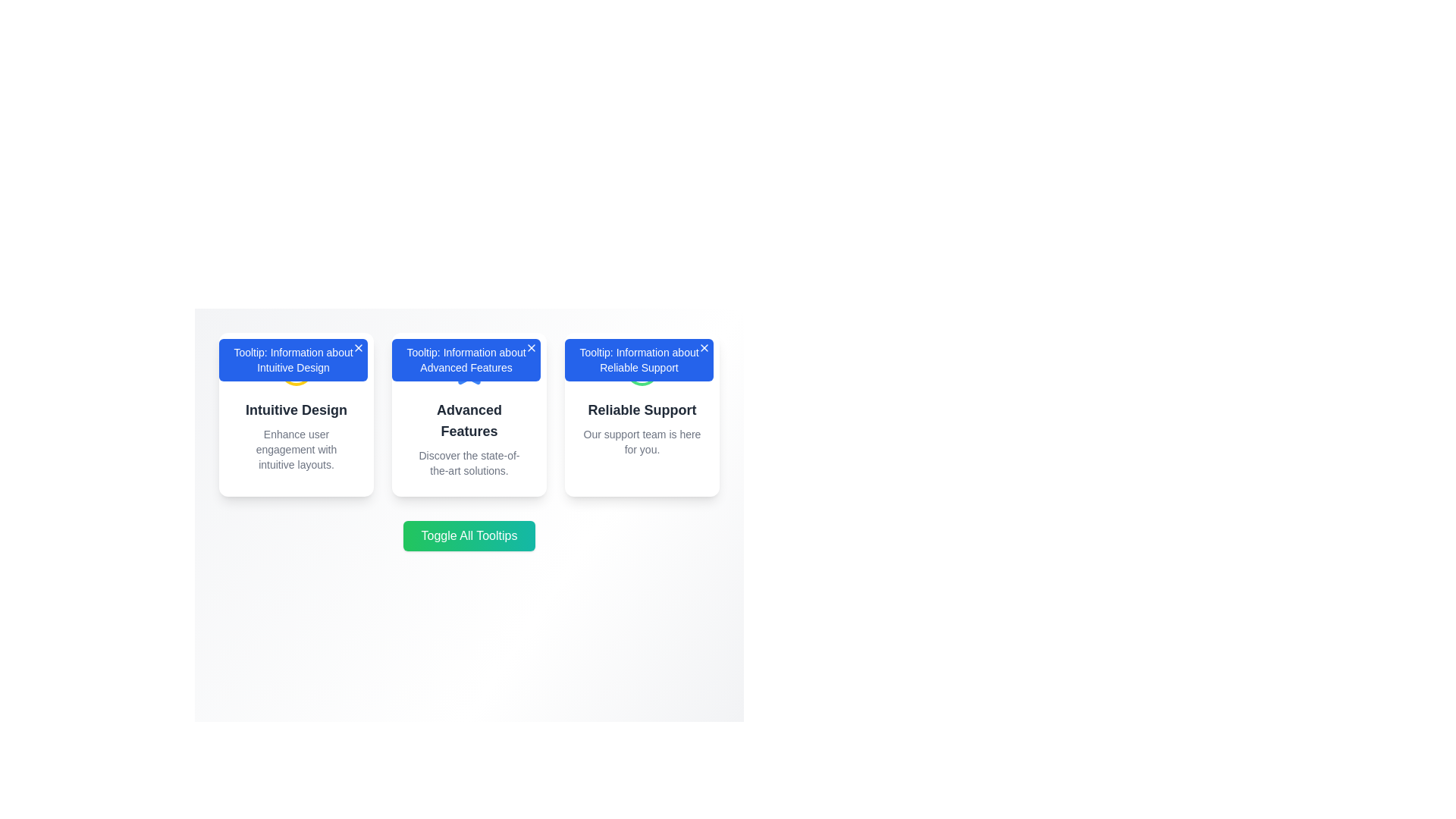 The image size is (1456, 819). What do you see at coordinates (531, 348) in the screenshot?
I see `the close button icon, which is a white outlined 'X' on a blue background located in the top-right corner of the tooltip labeled 'Tooltip: Information about Advanced Features.'` at bounding box center [531, 348].